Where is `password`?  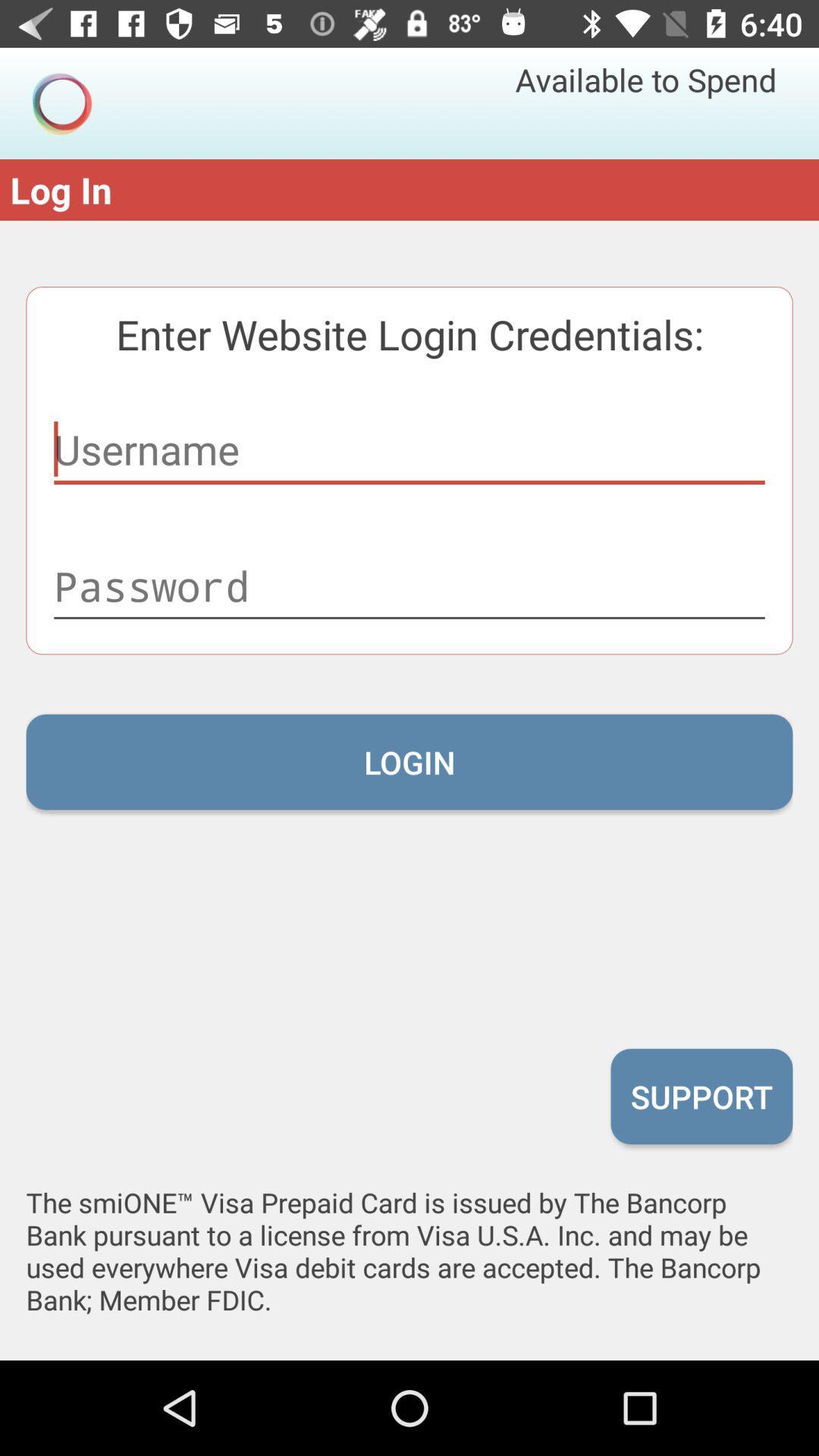
password is located at coordinates (409, 585).